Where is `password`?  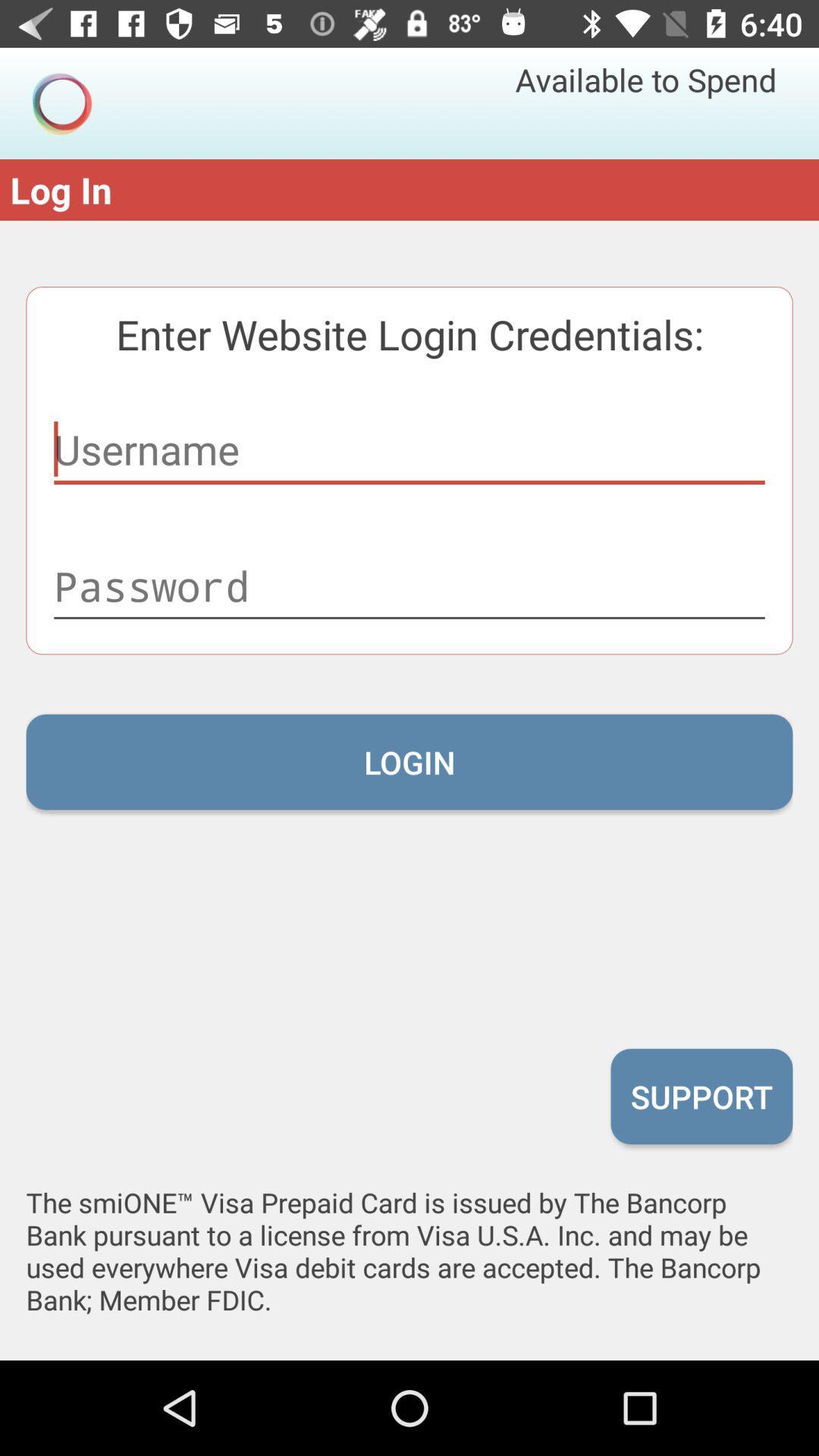
password is located at coordinates (409, 585).